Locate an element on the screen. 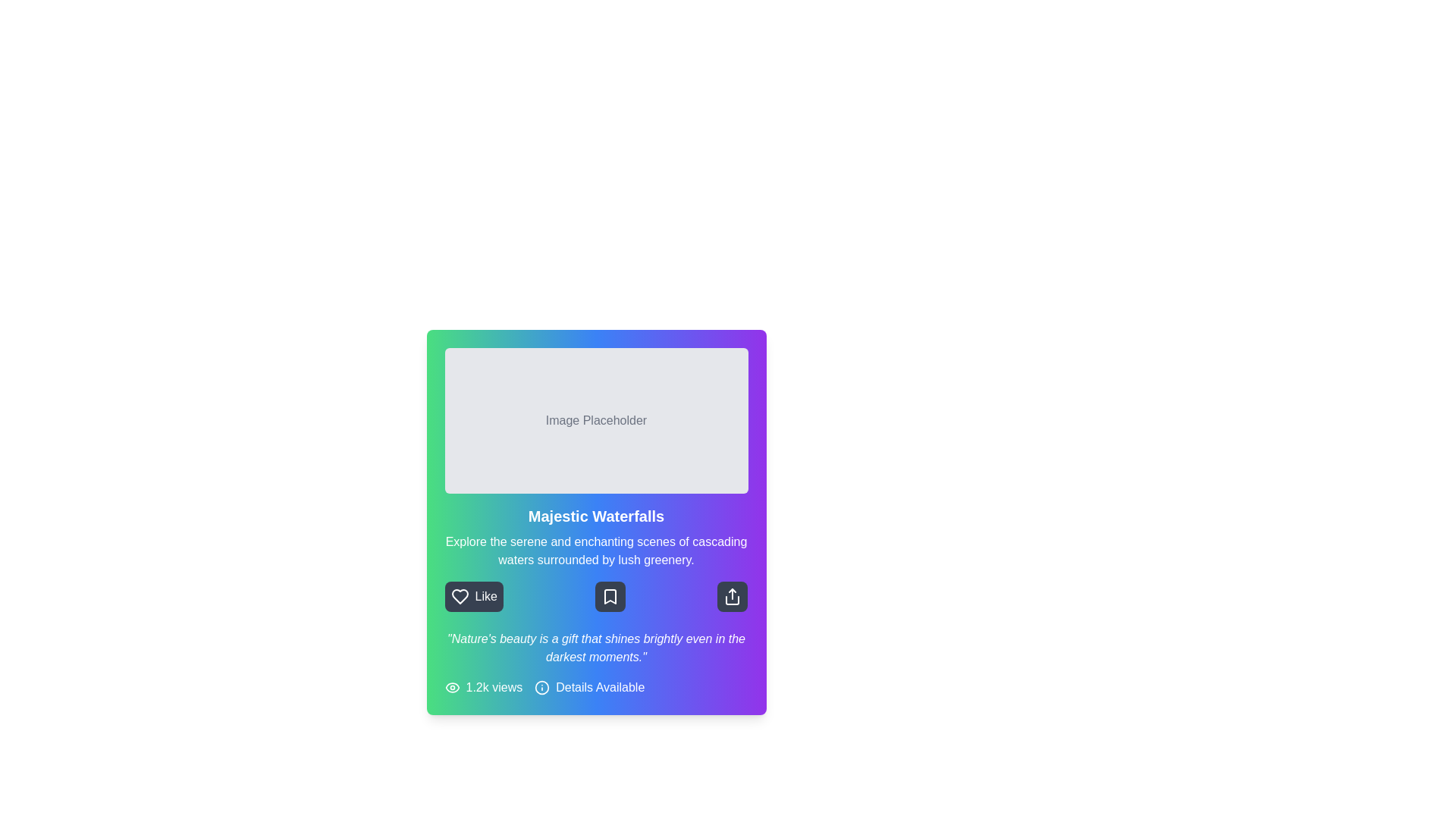  the heart icon element within the 'Like' button is located at coordinates (459, 595).